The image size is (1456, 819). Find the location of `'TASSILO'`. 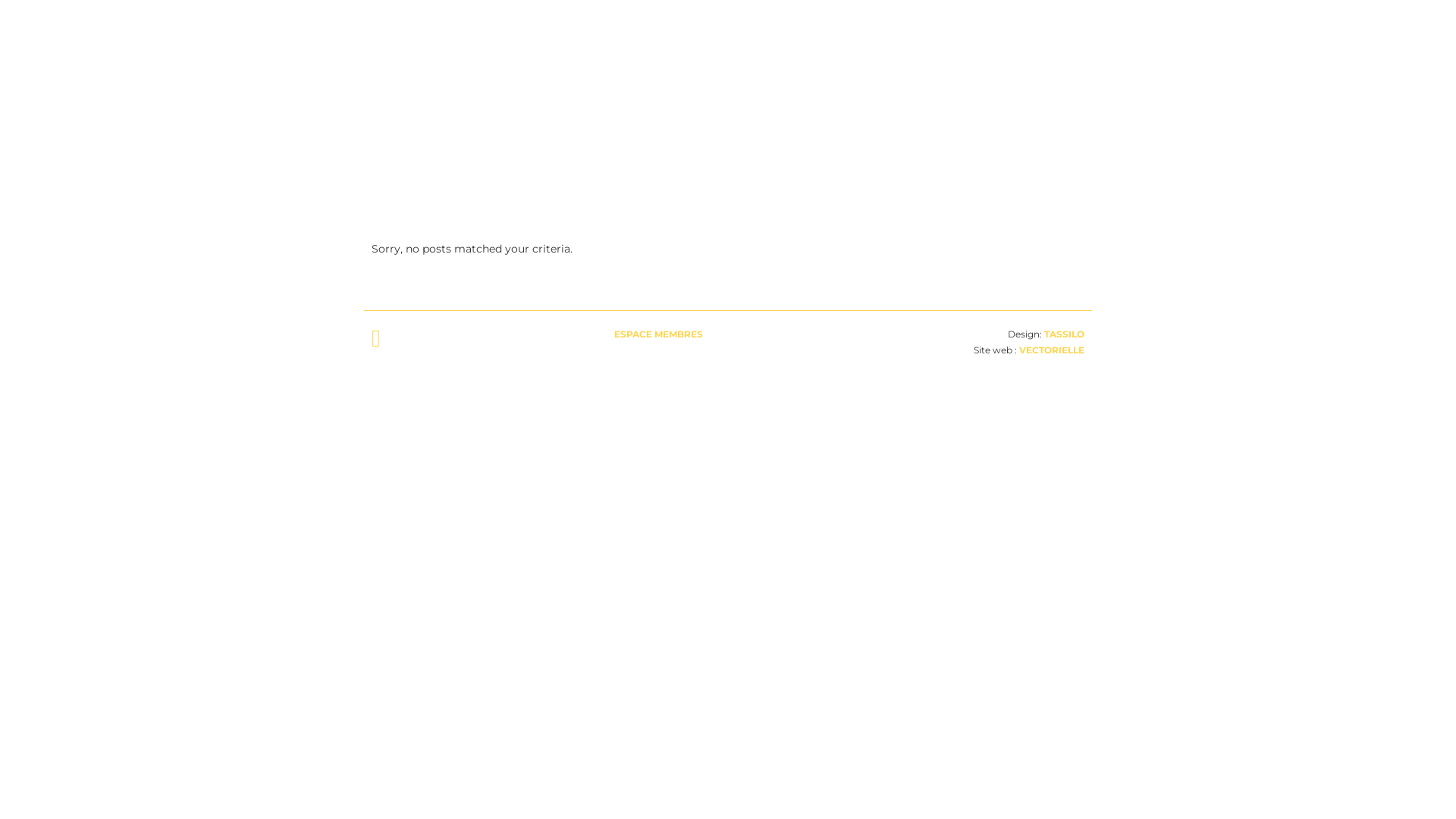

'TASSILO' is located at coordinates (1063, 333).